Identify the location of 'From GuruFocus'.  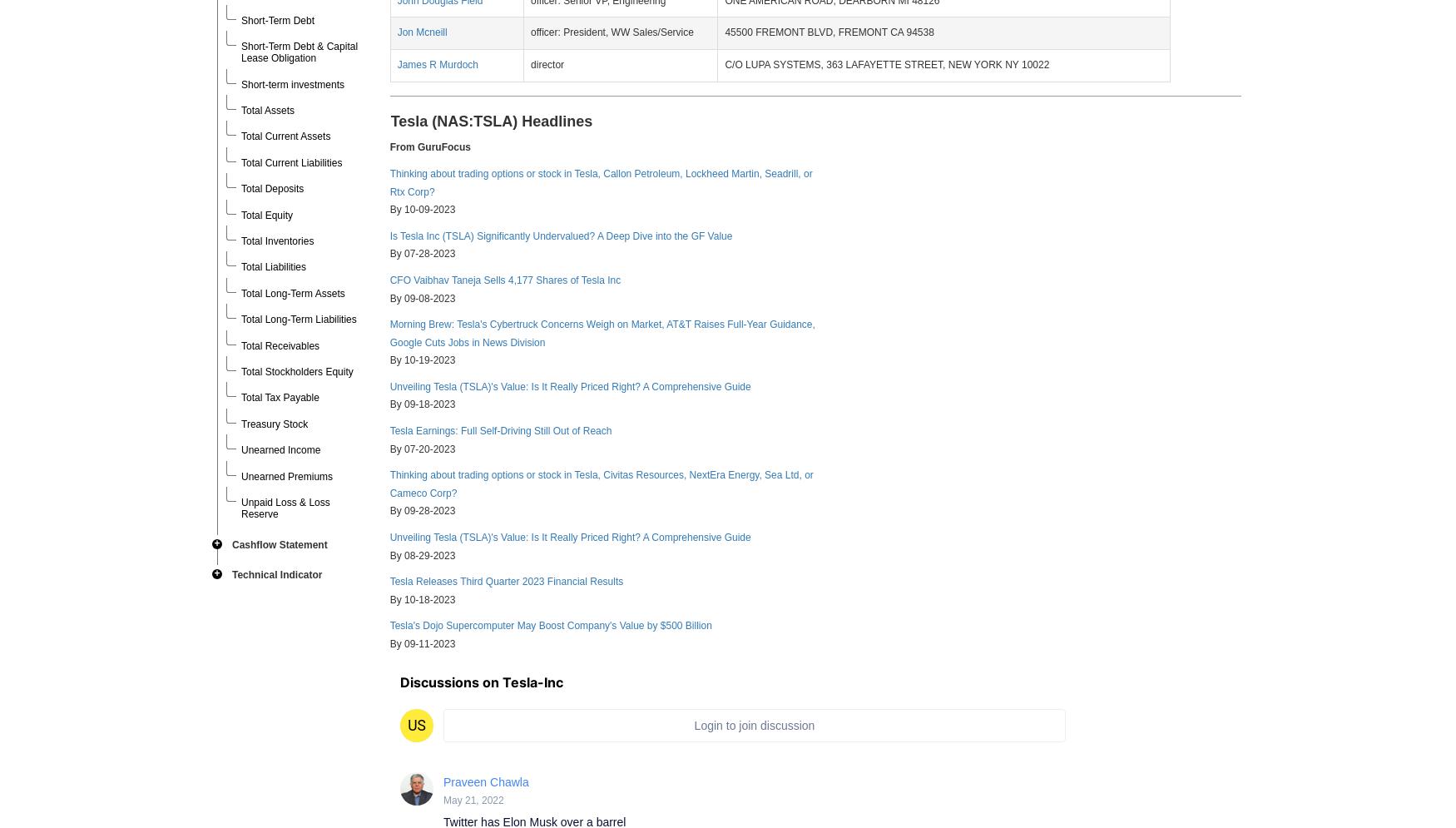
(389, 147).